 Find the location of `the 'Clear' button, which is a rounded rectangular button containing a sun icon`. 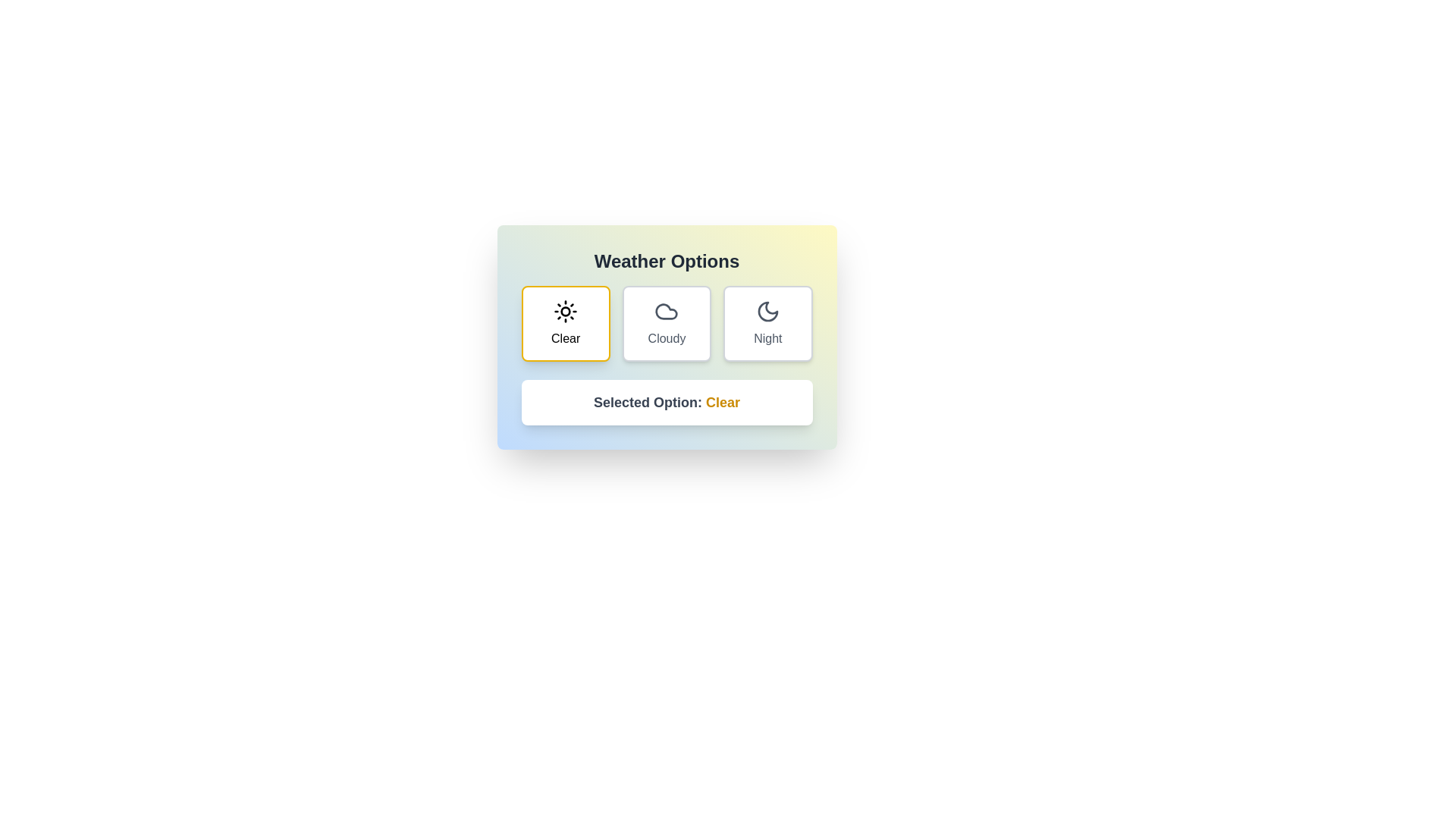

the 'Clear' button, which is a rounded rectangular button containing a sun icon is located at coordinates (565, 311).